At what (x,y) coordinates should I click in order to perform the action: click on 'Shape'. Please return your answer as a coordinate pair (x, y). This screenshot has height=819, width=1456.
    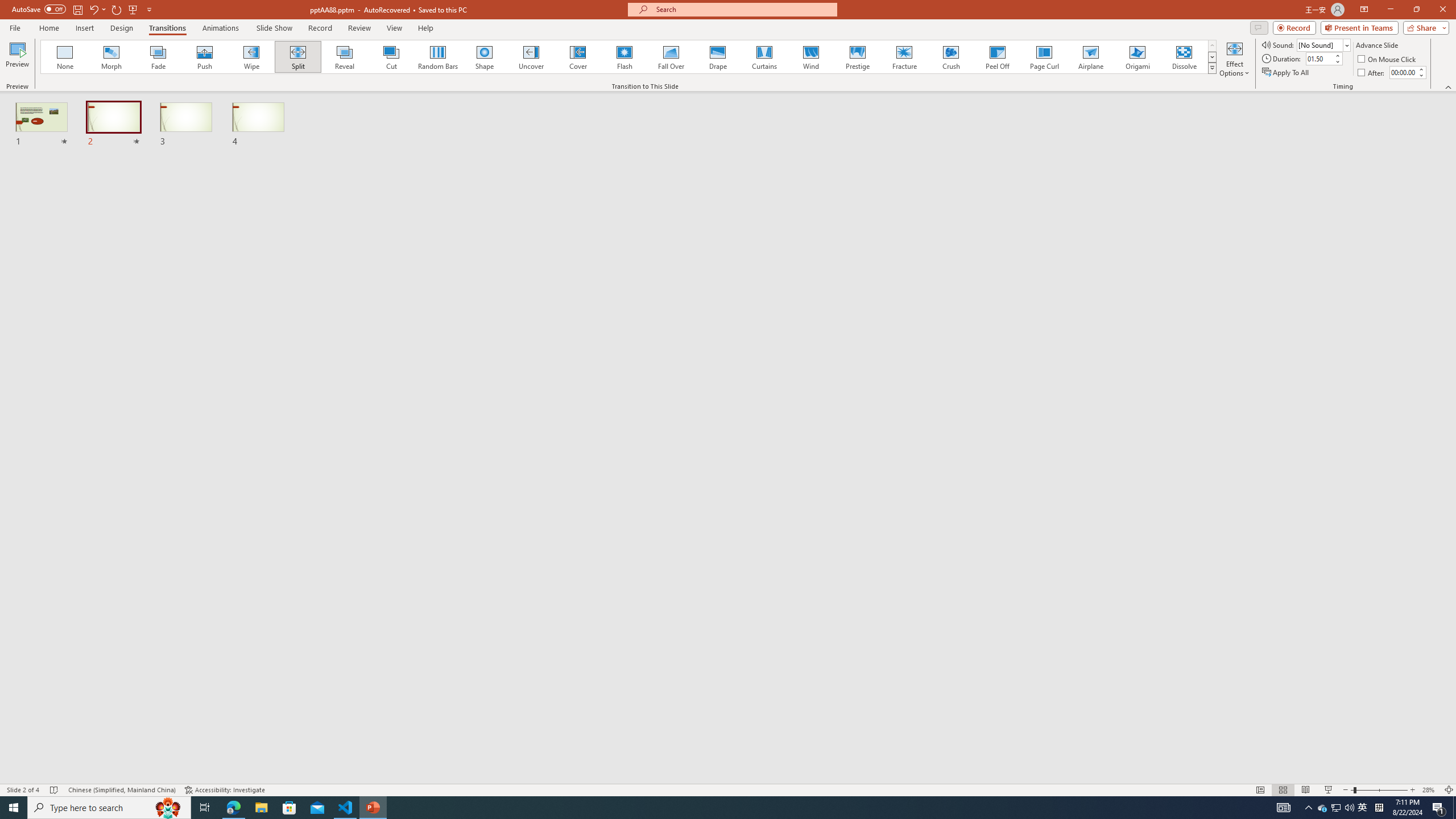
    Looking at the image, I should click on (484, 56).